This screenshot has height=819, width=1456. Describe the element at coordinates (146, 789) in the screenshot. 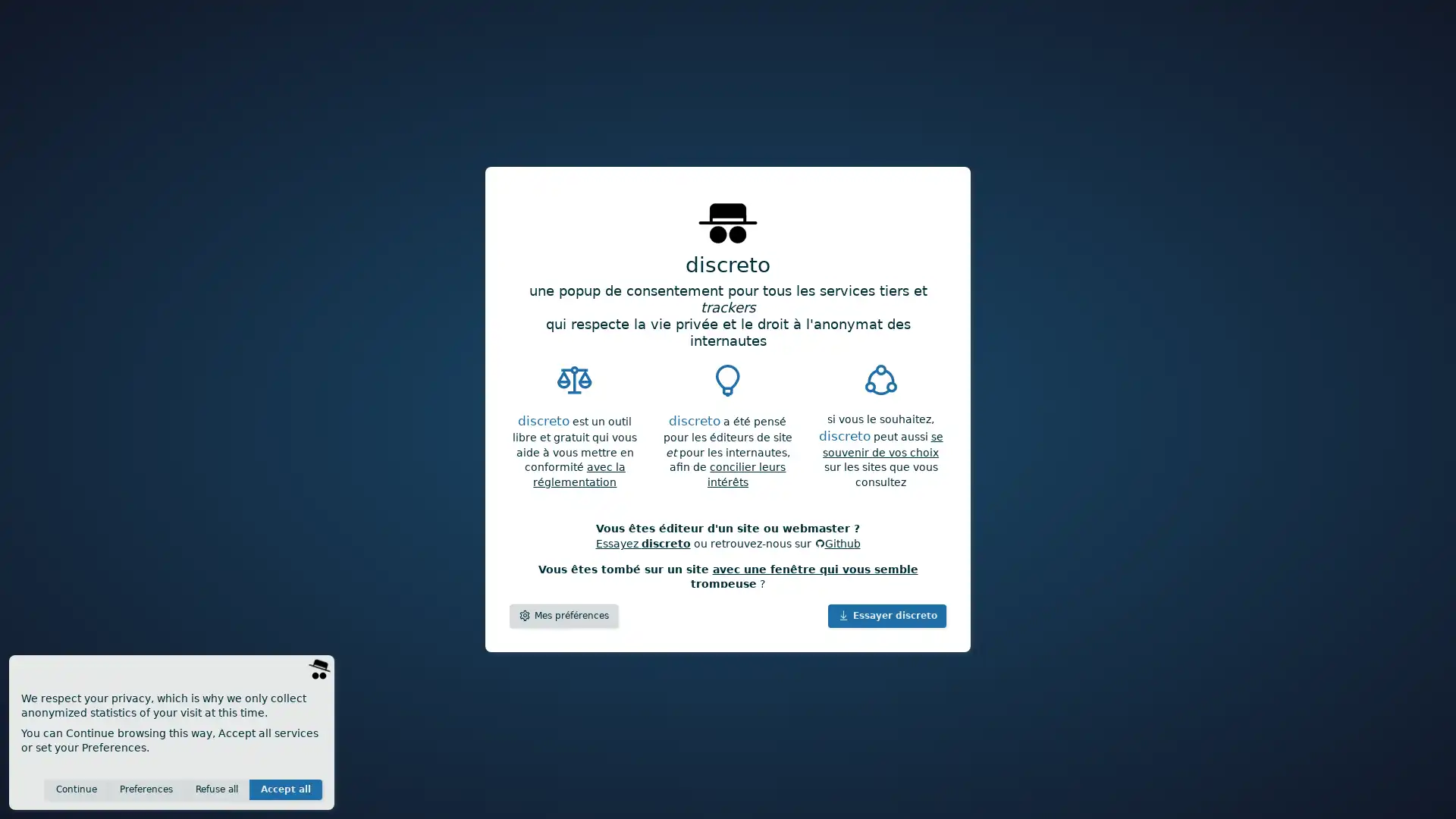

I see `Preferences` at that location.